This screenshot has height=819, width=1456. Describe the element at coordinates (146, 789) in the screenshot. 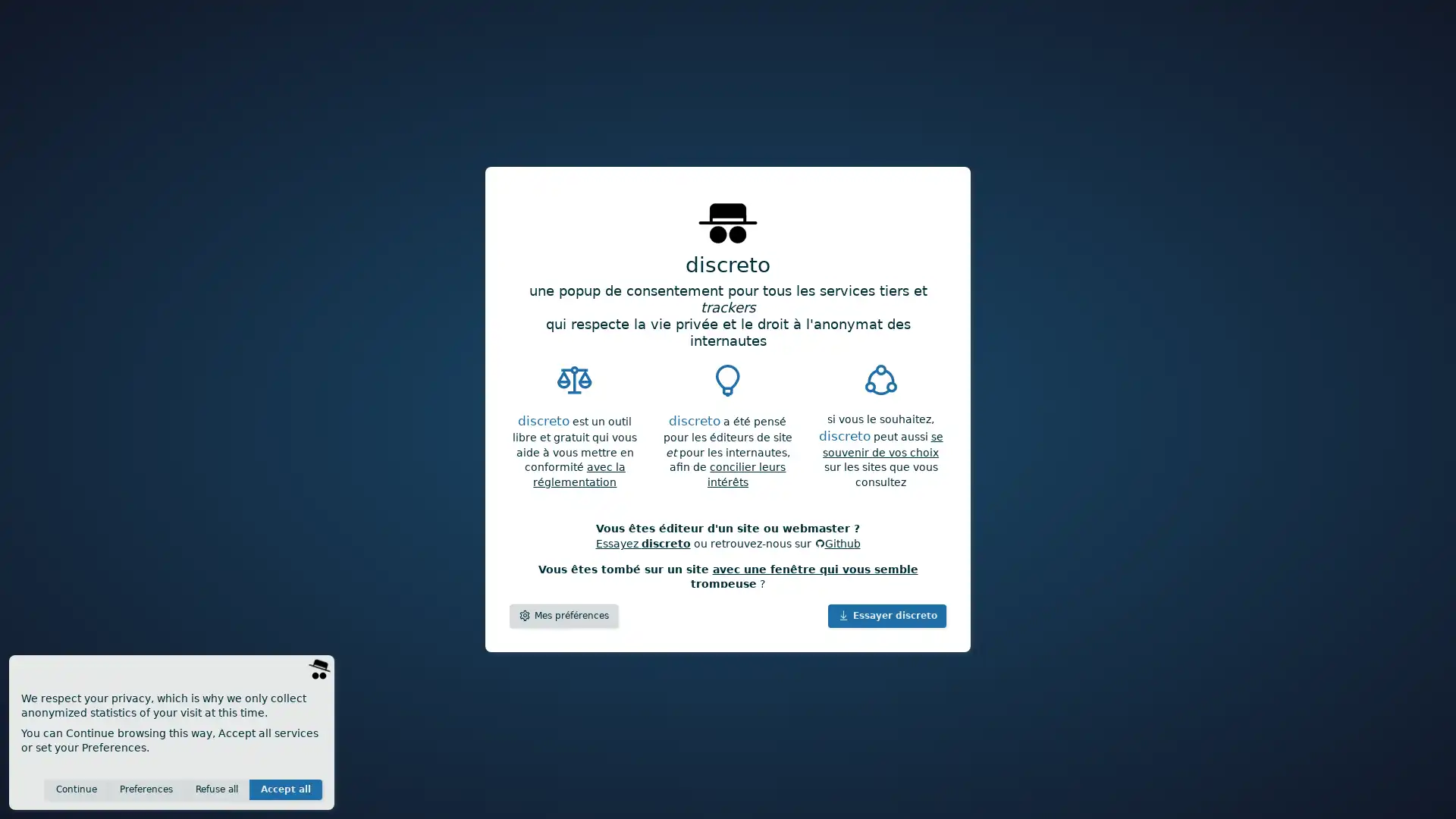

I see `Preferences` at that location.